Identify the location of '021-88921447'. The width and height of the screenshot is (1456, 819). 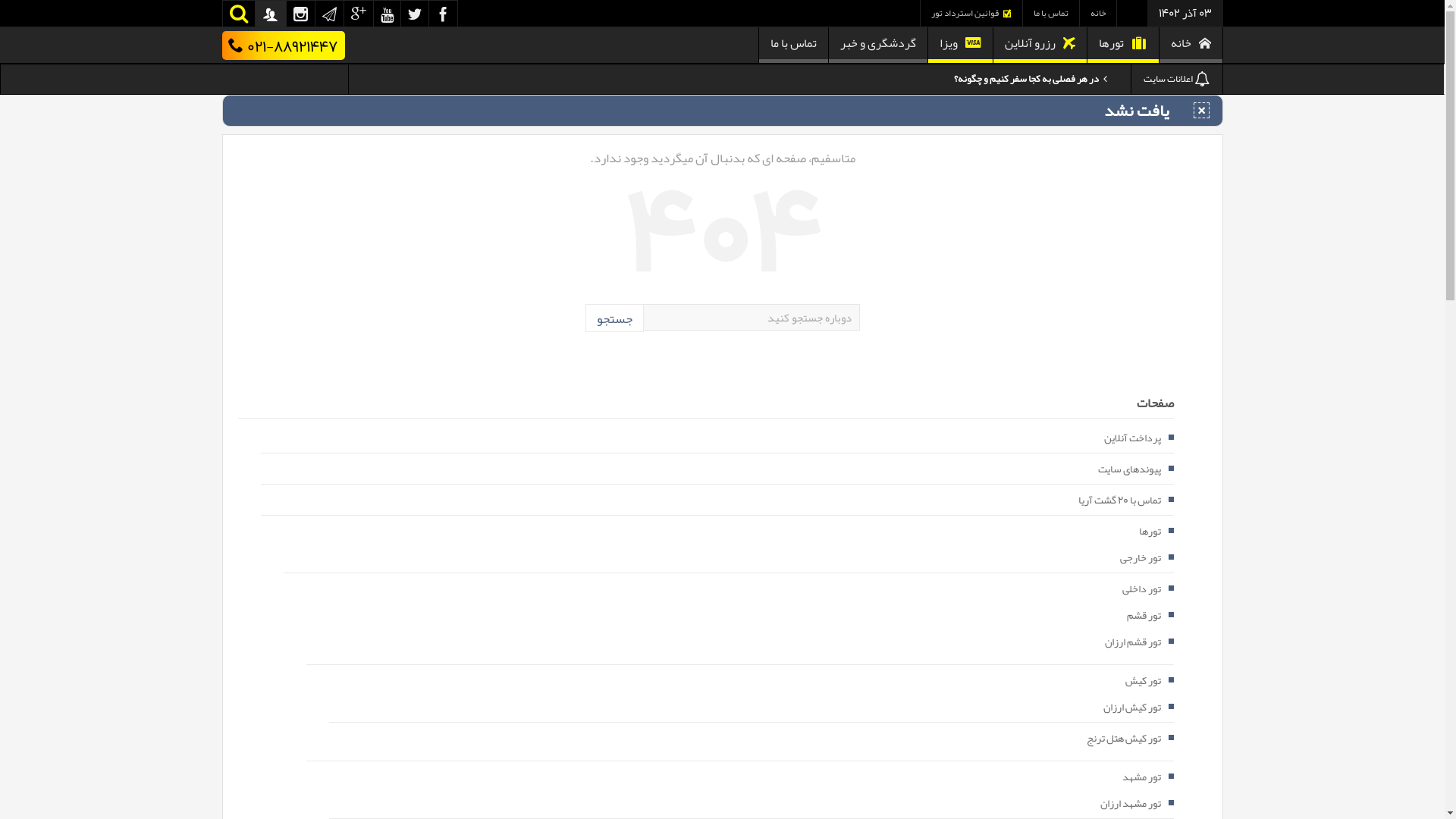
(283, 45).